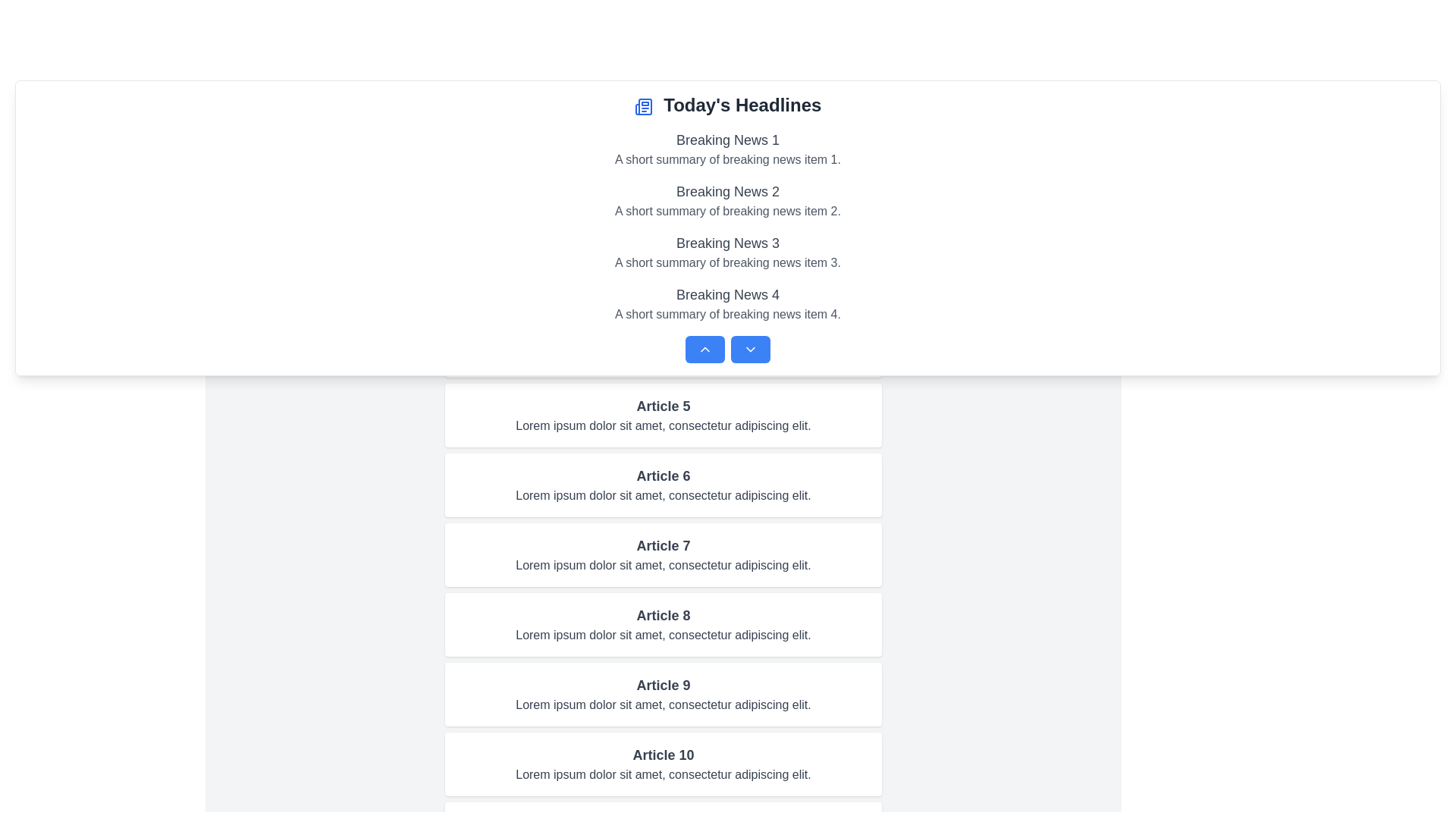 Image resolution: width=1456 pixels, height=819 pixels. I want to click on the first news item text block displaying 'Breaking News 1', so click(728, 149).